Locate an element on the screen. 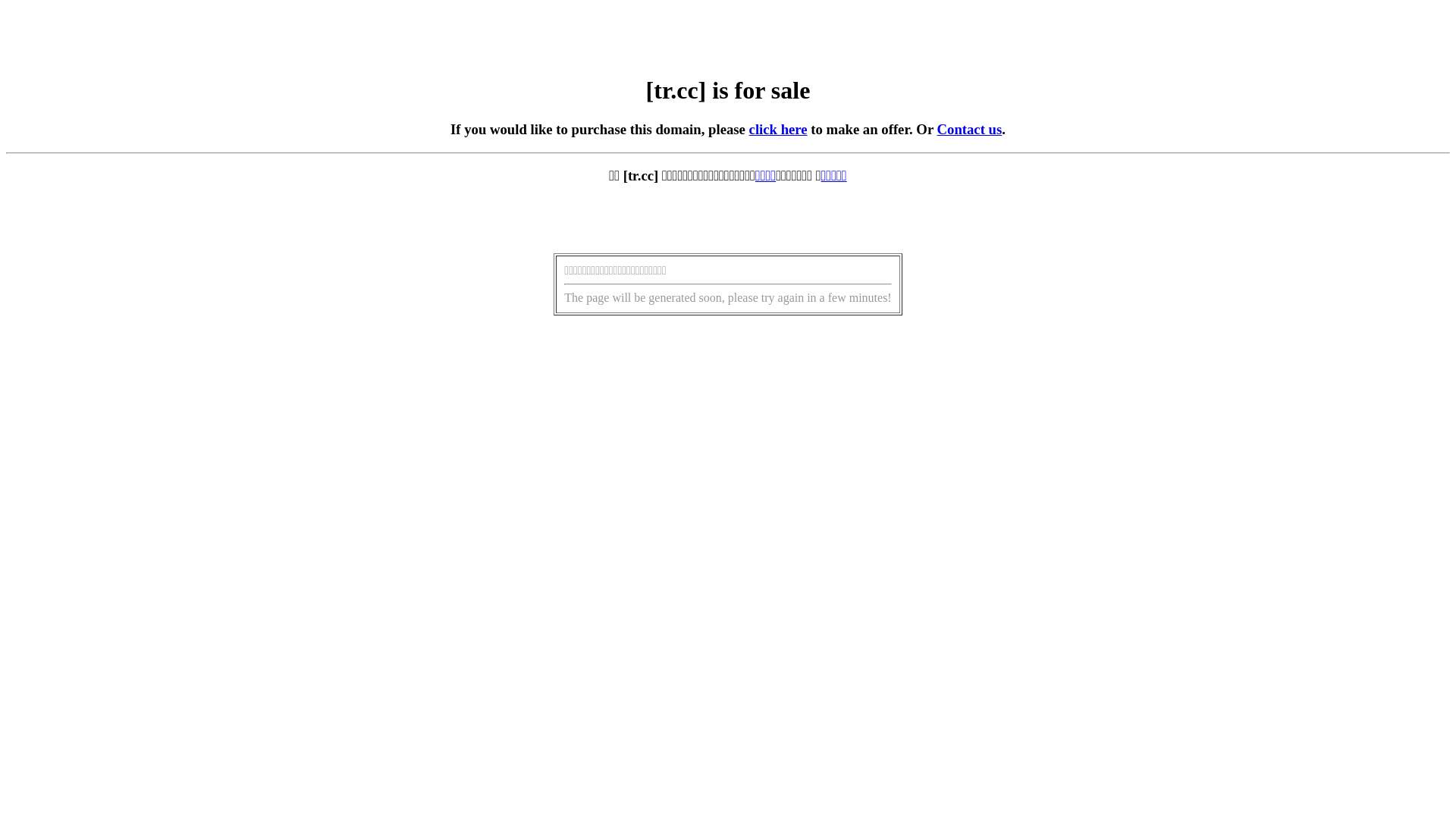 Image resolution: width=1456 pixels, height=819 pixels. 'Contact us' is located at coordinates (968, 128).